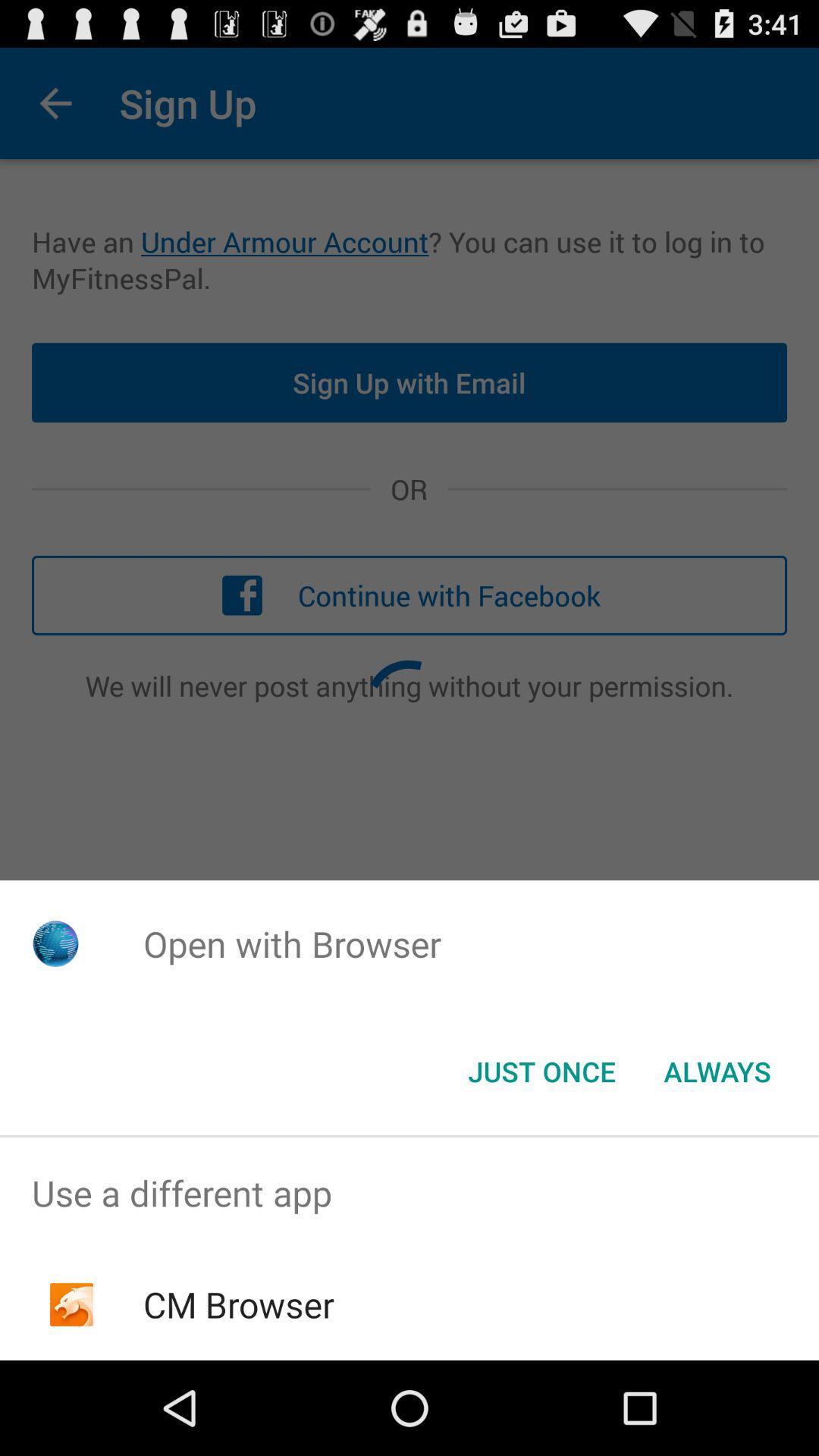 This screenshot has width=819, height=1456. I want to click on item at the bottom right corner, so click(717, 1070).